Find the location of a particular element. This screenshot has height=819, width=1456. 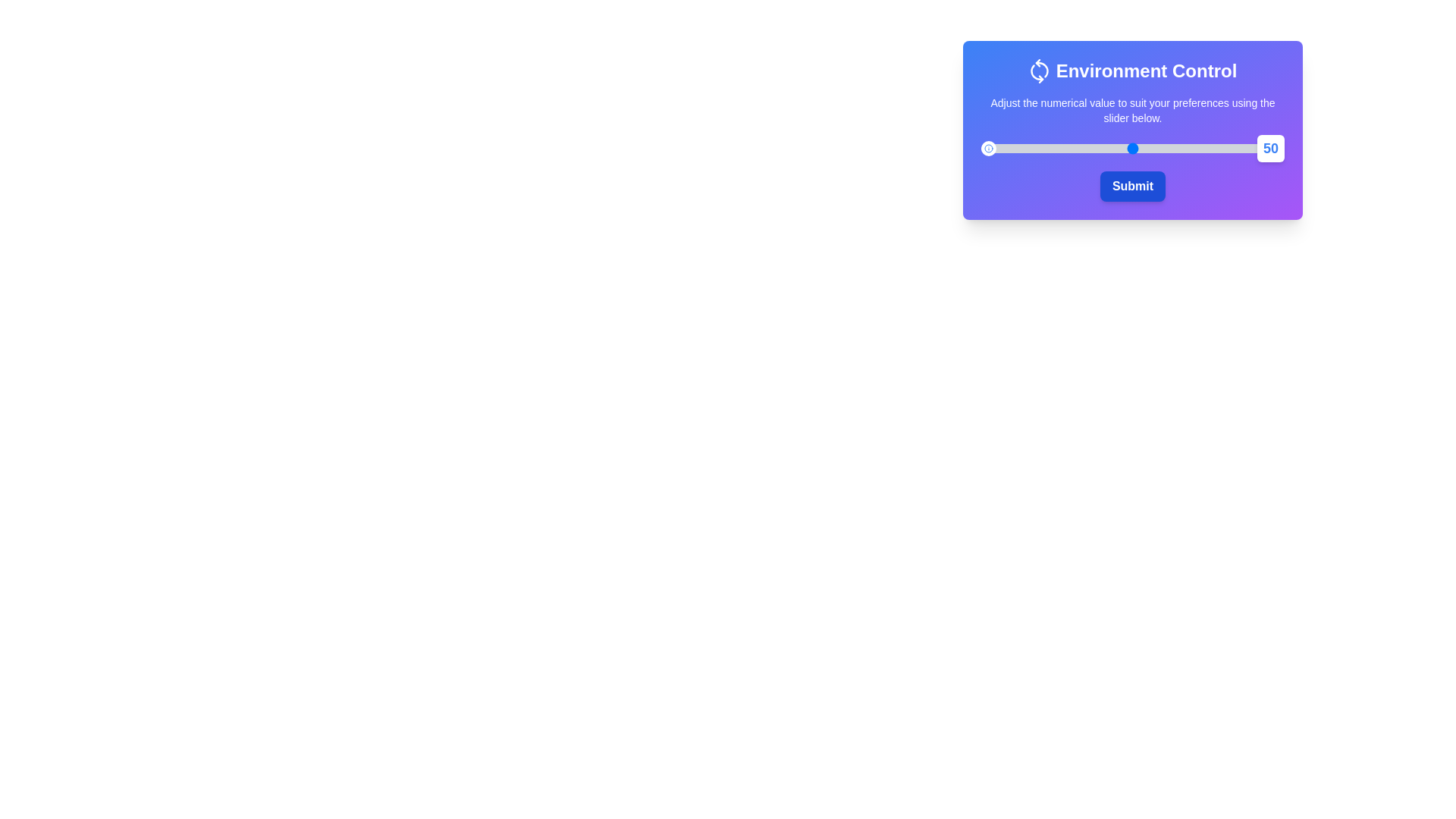

the slider to set the value to 91 is located at coordinates (1257, 149).